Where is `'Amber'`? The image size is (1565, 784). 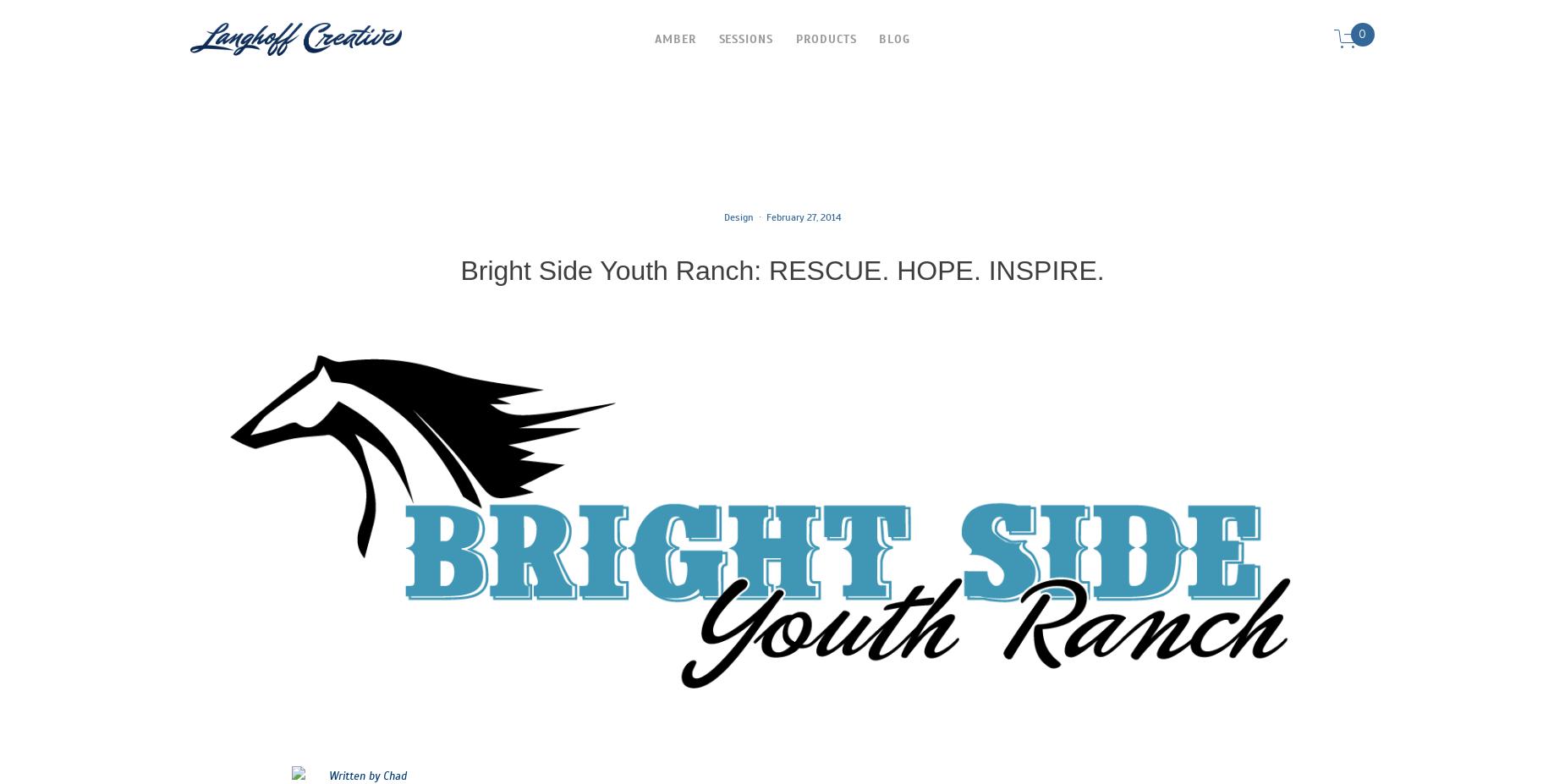
'Amber' is located at coordinates (655, 37).